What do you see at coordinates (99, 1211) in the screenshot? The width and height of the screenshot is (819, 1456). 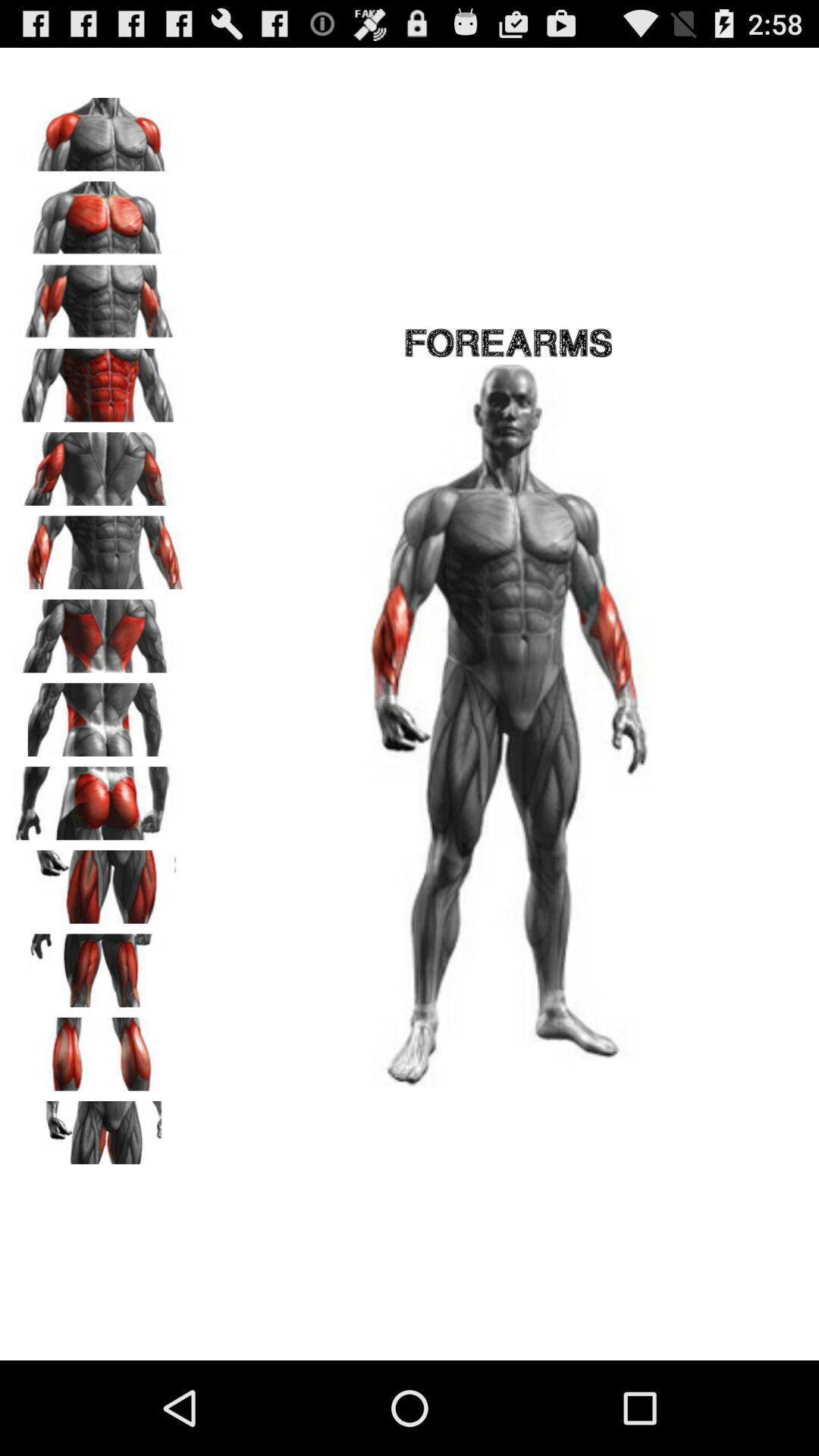 I see `the avatar icon` at bounding box center [99, 1211].